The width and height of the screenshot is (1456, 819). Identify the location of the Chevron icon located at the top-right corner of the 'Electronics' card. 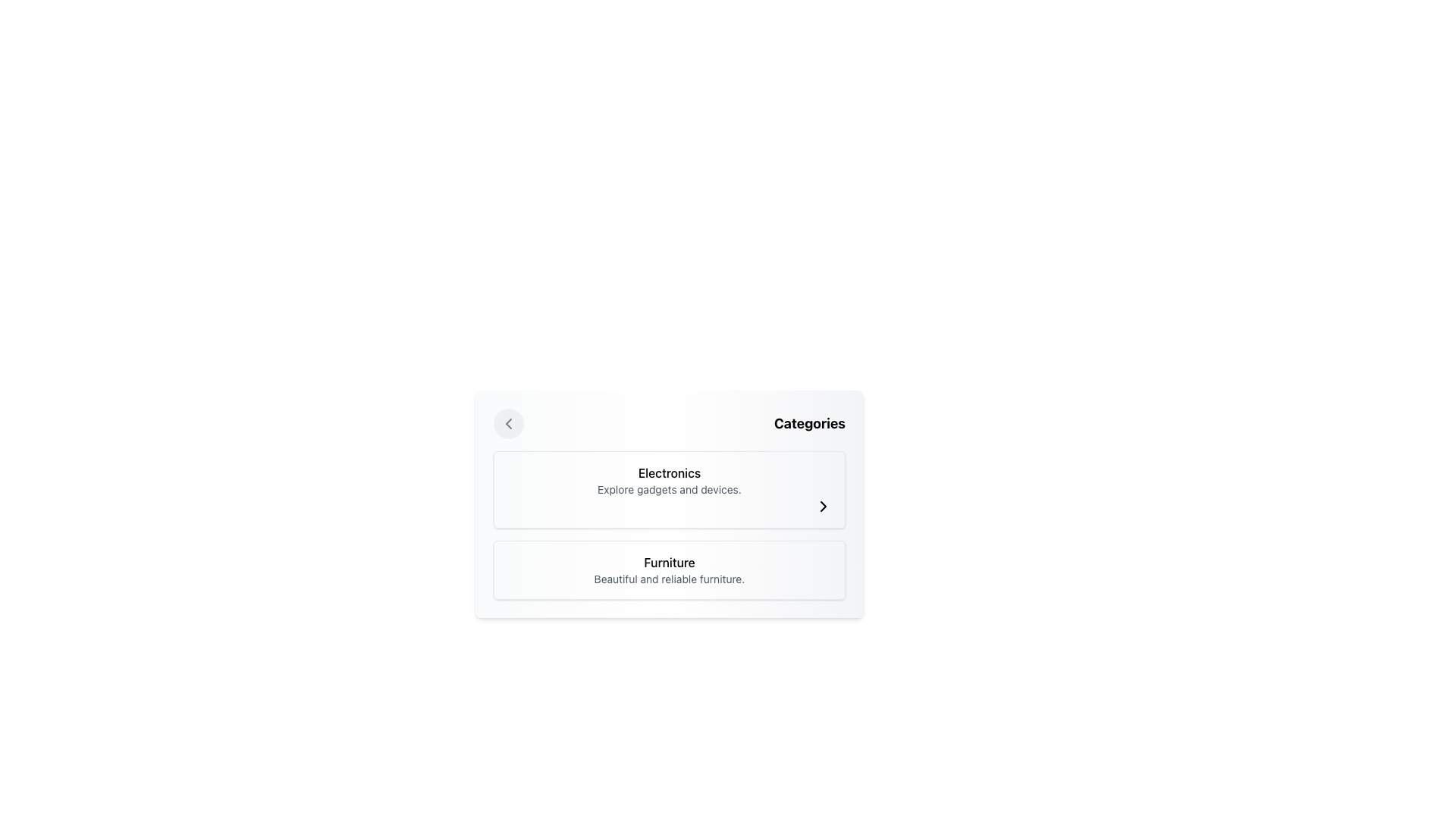
(822, 506).